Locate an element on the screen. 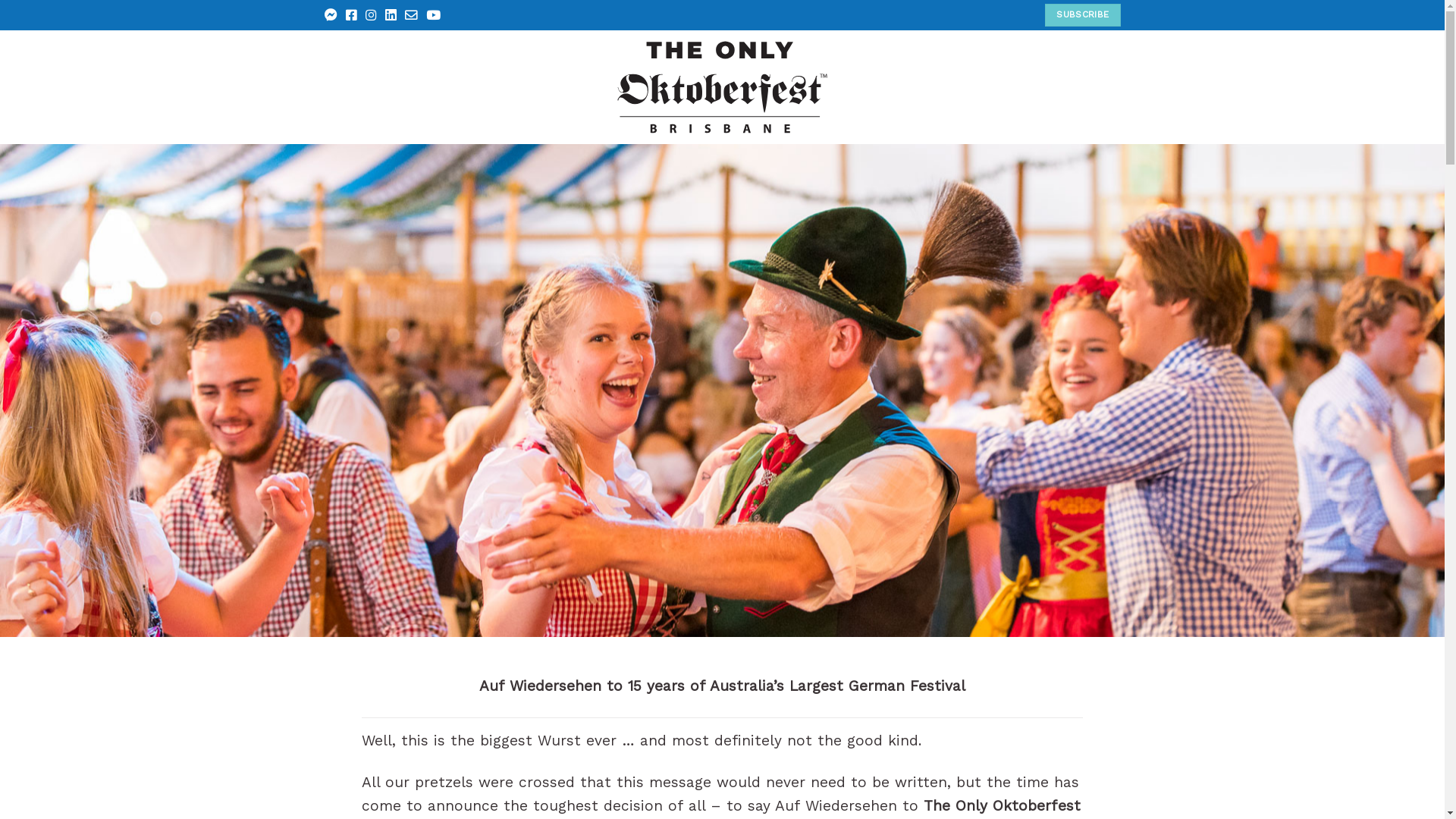 The image size is (1456, 819). 'SUBSCRIBE' is located at coordinates (1081, 14).